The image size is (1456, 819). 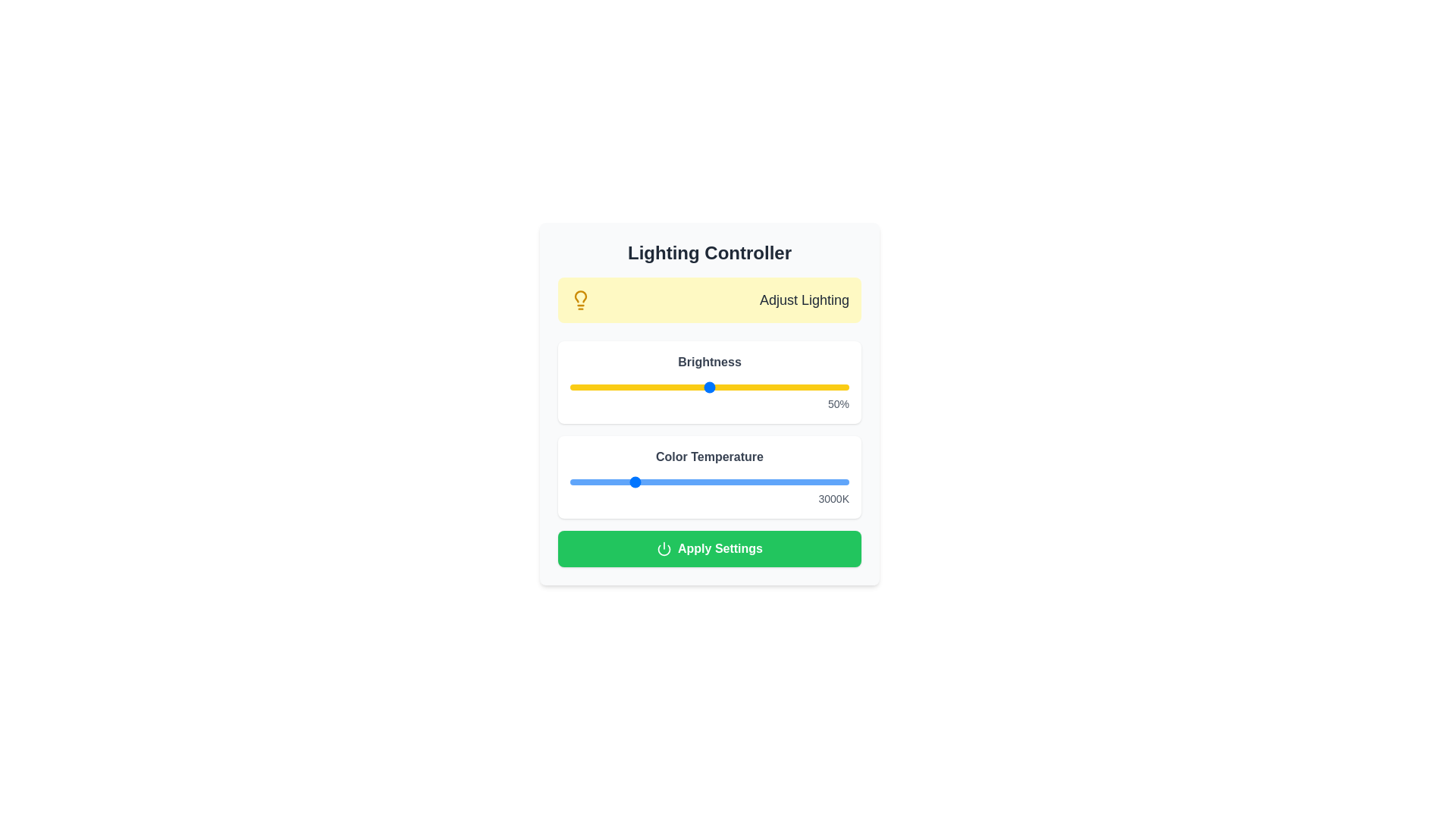 What do you see at coordinates (753, 482) in the screenshot?
I see `the color temperature slider to 6916 K` at bounding box center [753, 482].